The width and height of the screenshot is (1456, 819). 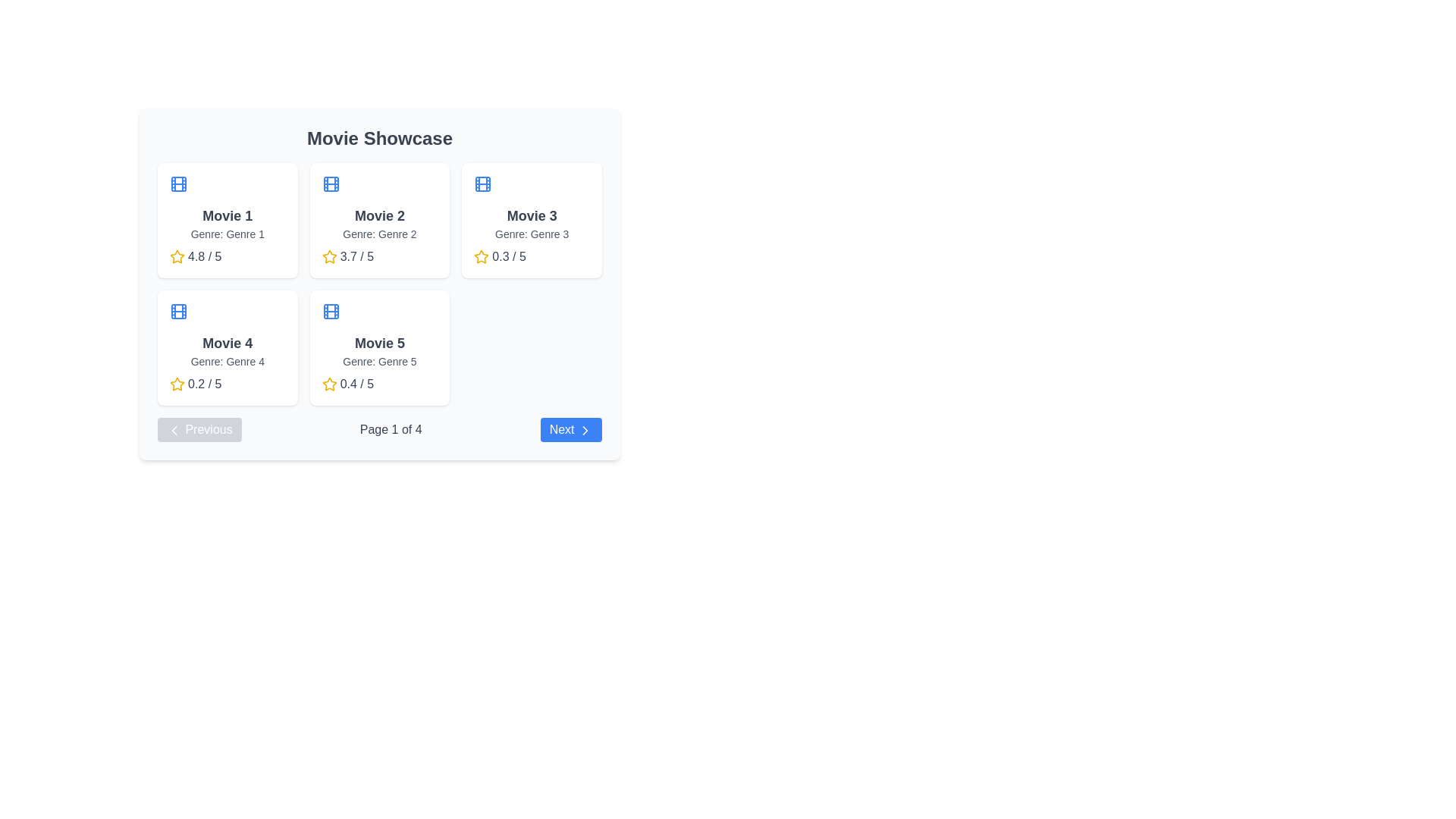 I want to click on the static text label displaying the rating score for 'Movie 4' out of 5, located below the 'Movie 4' title box and to the right of a star icon, so click(x=204, y=383).